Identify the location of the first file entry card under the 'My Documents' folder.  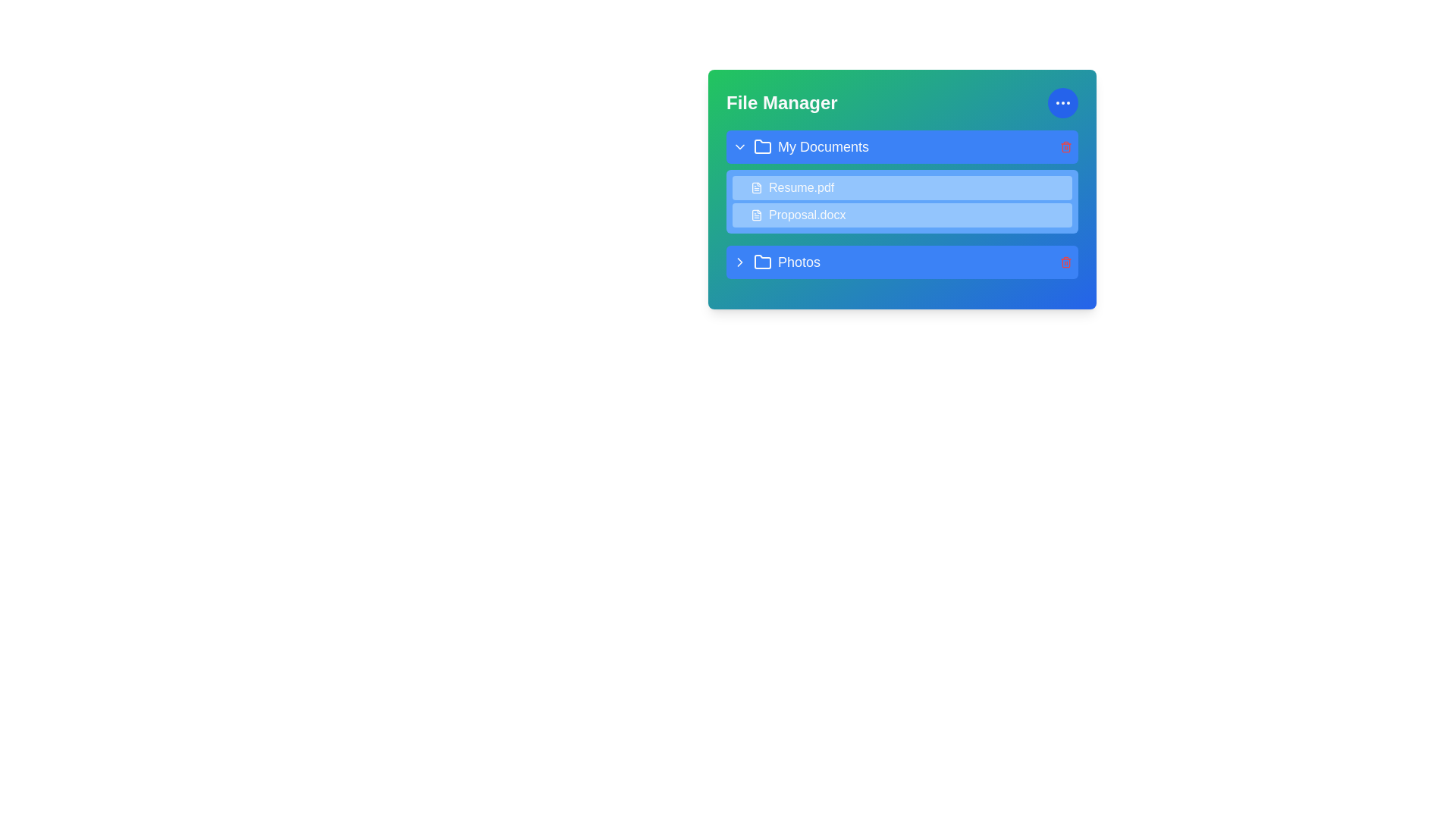
(902, 189).